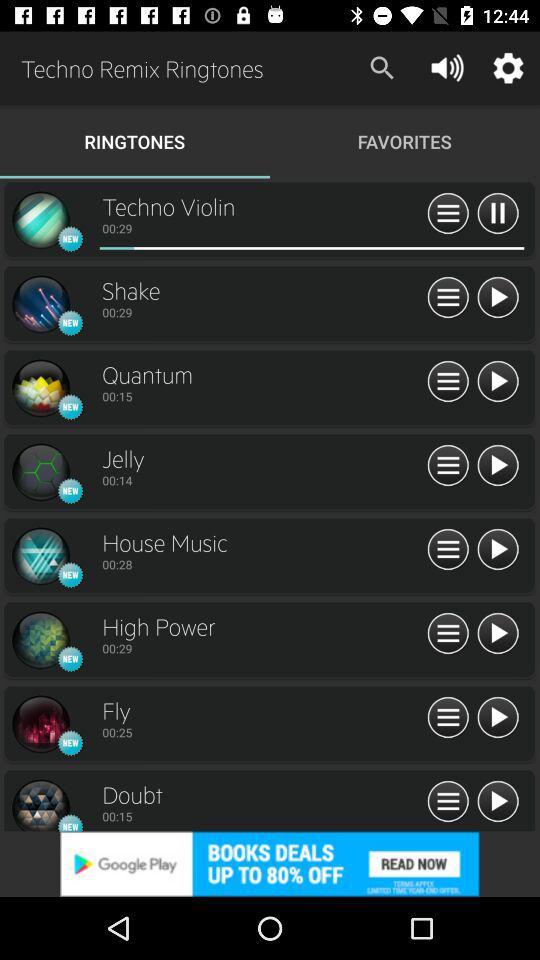  I want to click on plays the ringtone, so click(496, 381).